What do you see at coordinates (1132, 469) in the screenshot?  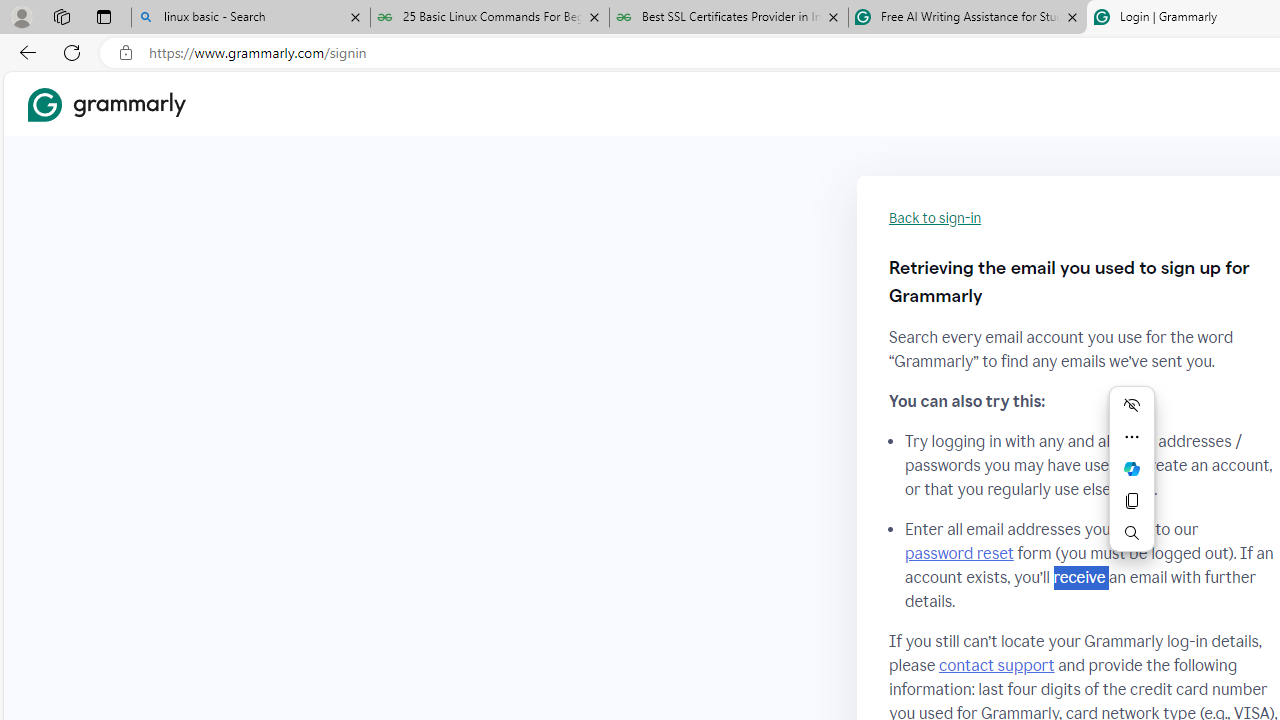 I see `'Ask Copilot'` at bounding box center [1132, 469].